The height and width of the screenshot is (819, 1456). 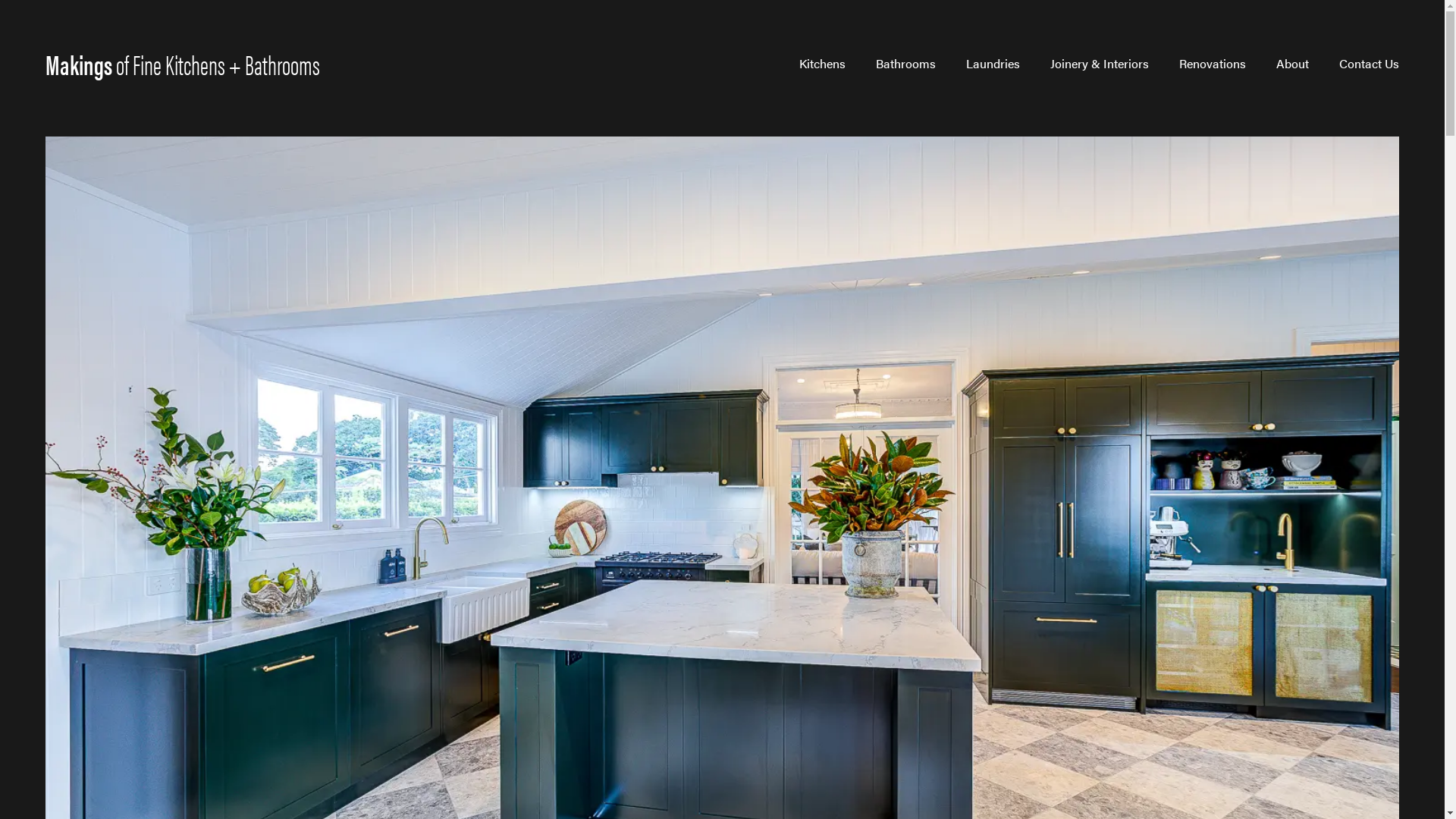 I want to click on 'Joinery & Interiors', so click(x=1050, y=63).